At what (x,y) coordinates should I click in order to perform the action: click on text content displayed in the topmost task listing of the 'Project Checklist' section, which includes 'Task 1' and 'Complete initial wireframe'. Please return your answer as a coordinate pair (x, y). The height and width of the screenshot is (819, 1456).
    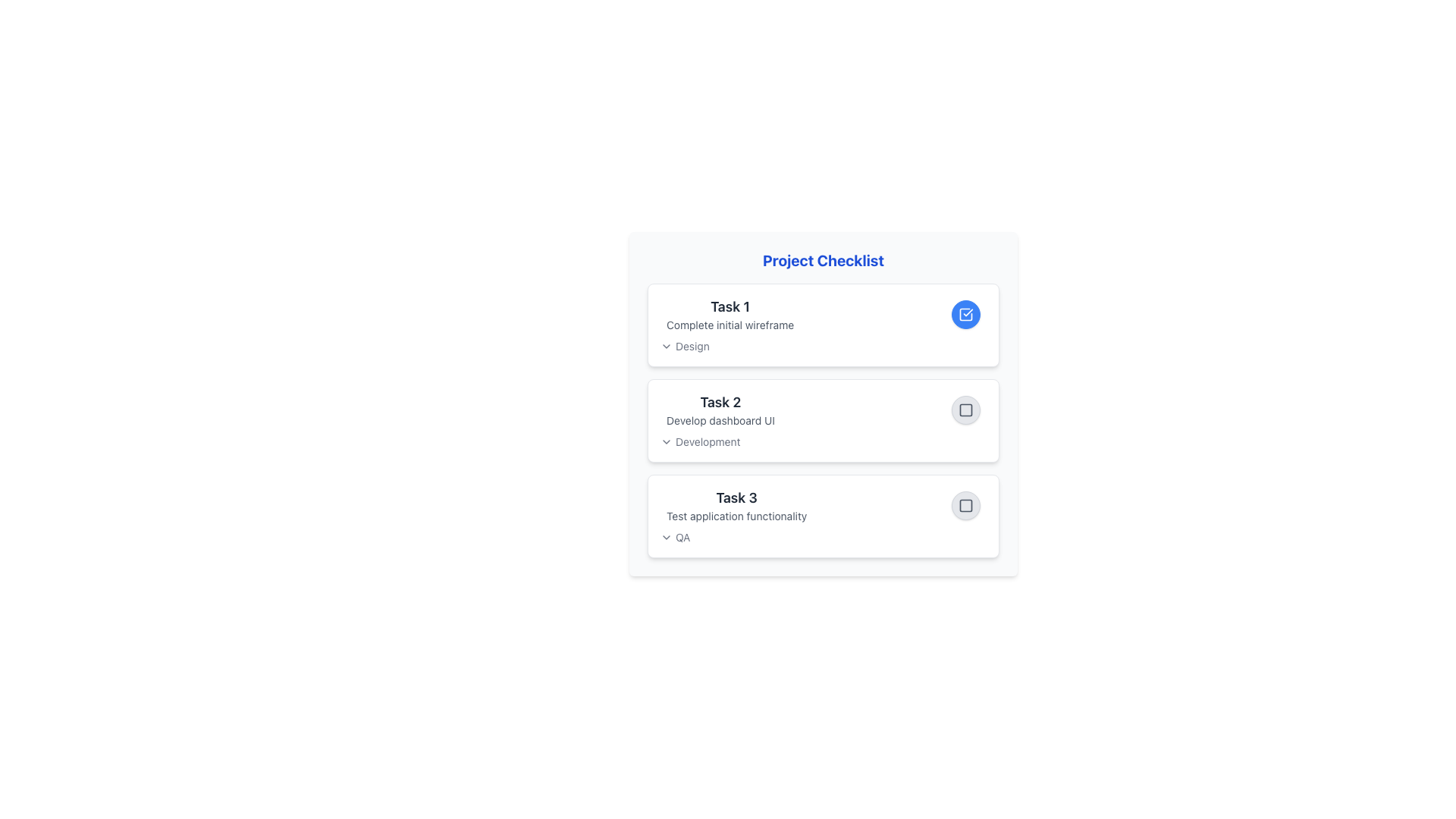
    Looking at the image, I should click on (730, 314).